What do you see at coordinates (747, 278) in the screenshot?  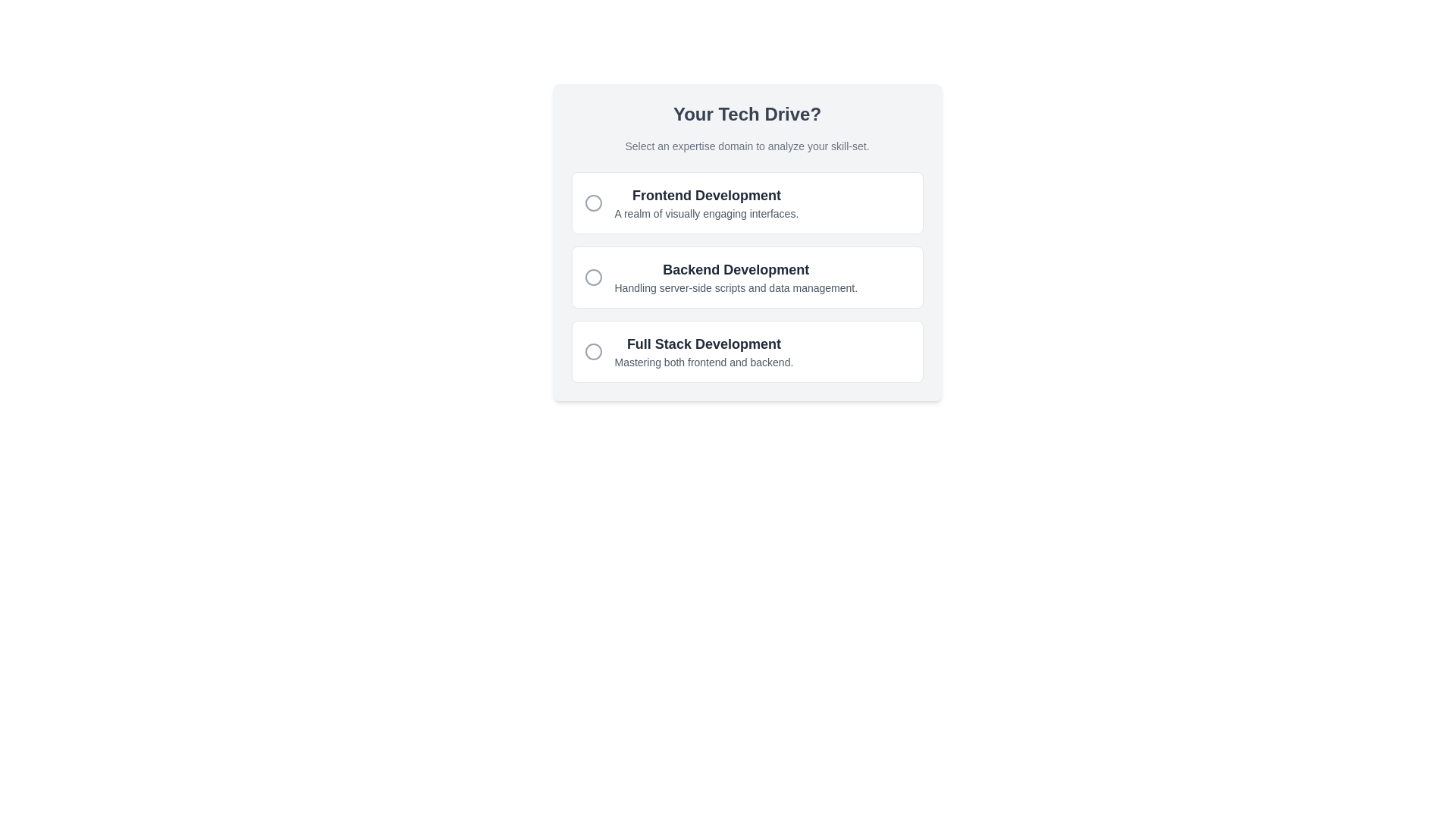 I see `the interactive card-like button for 'Backend Development'` at bounding box center [747, 278].